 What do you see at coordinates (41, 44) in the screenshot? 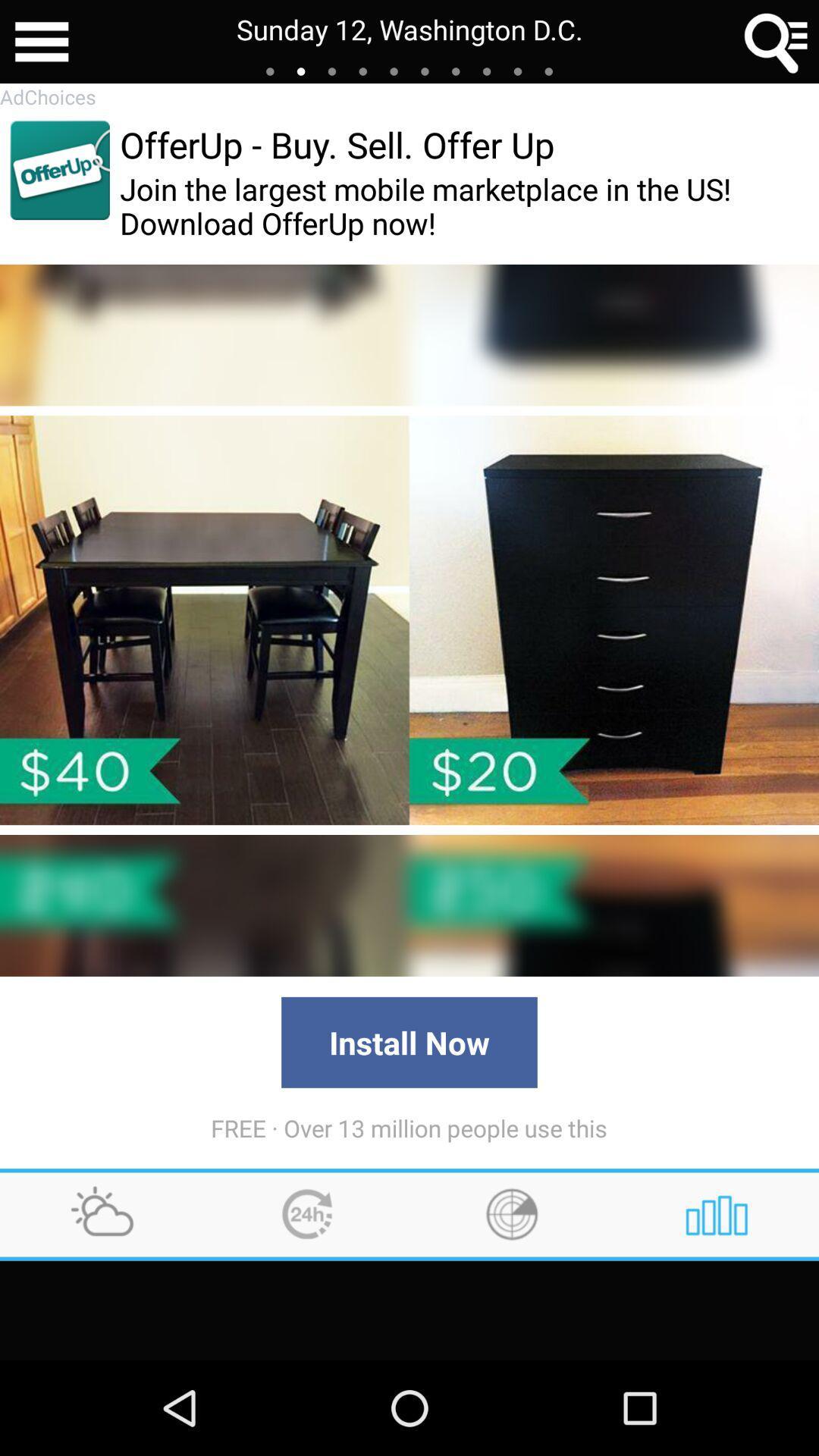
I see `the menu icon` at bounding box center [41, 44].